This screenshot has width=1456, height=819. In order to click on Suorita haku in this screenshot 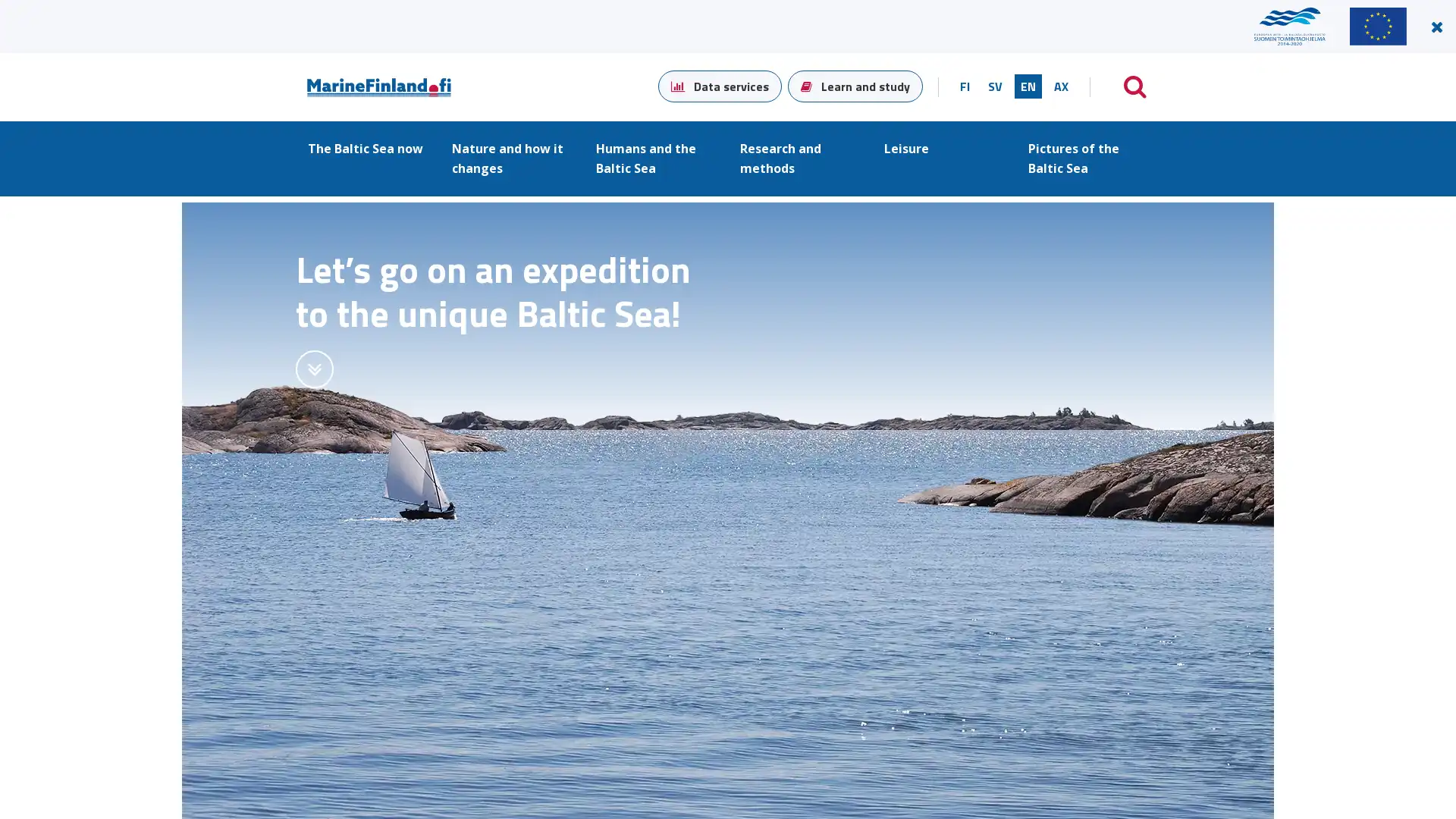, I will do `click(1135, 86)`.